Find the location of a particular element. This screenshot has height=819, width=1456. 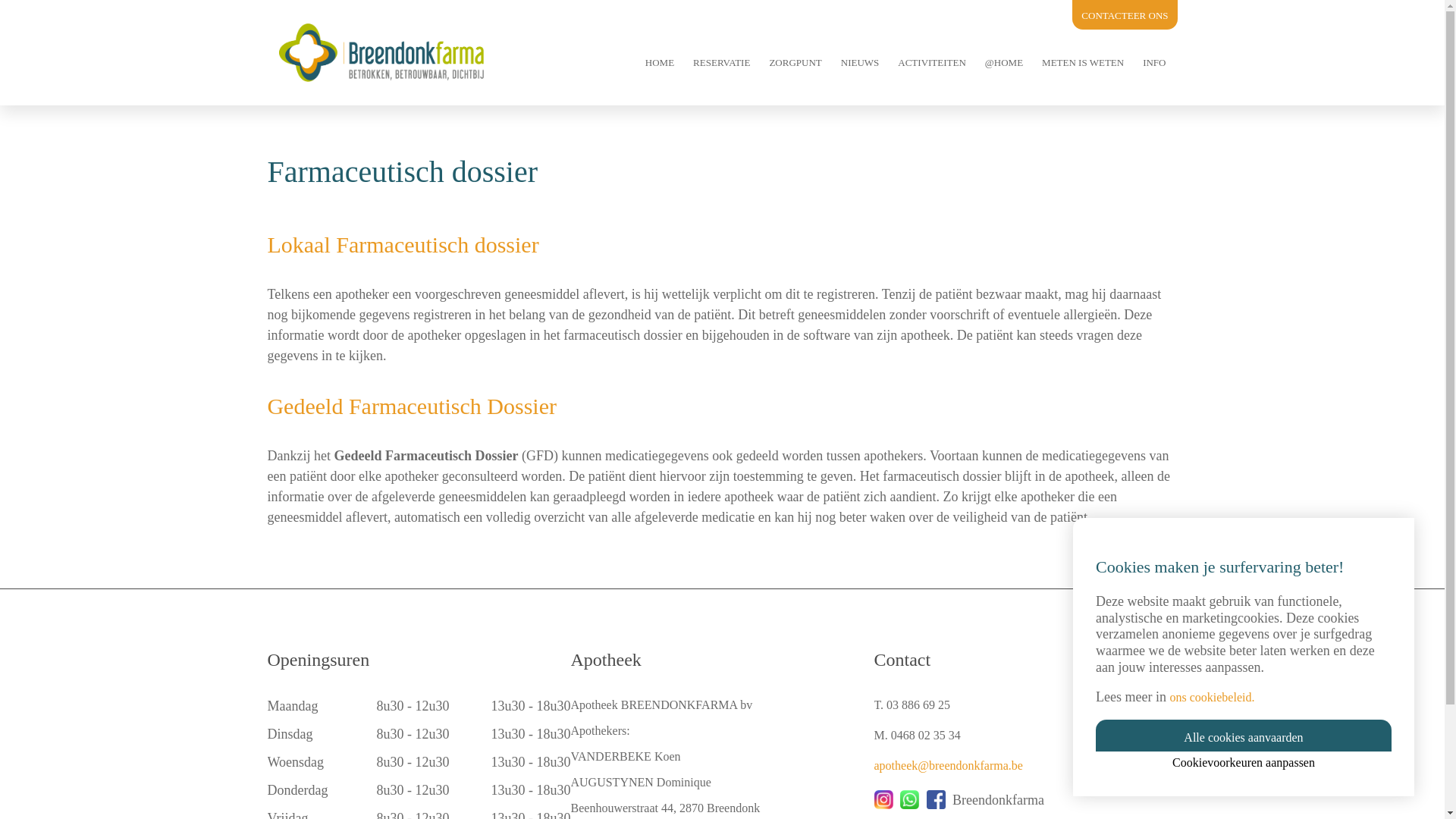

'HOME' is located at coordinates (659, 61).